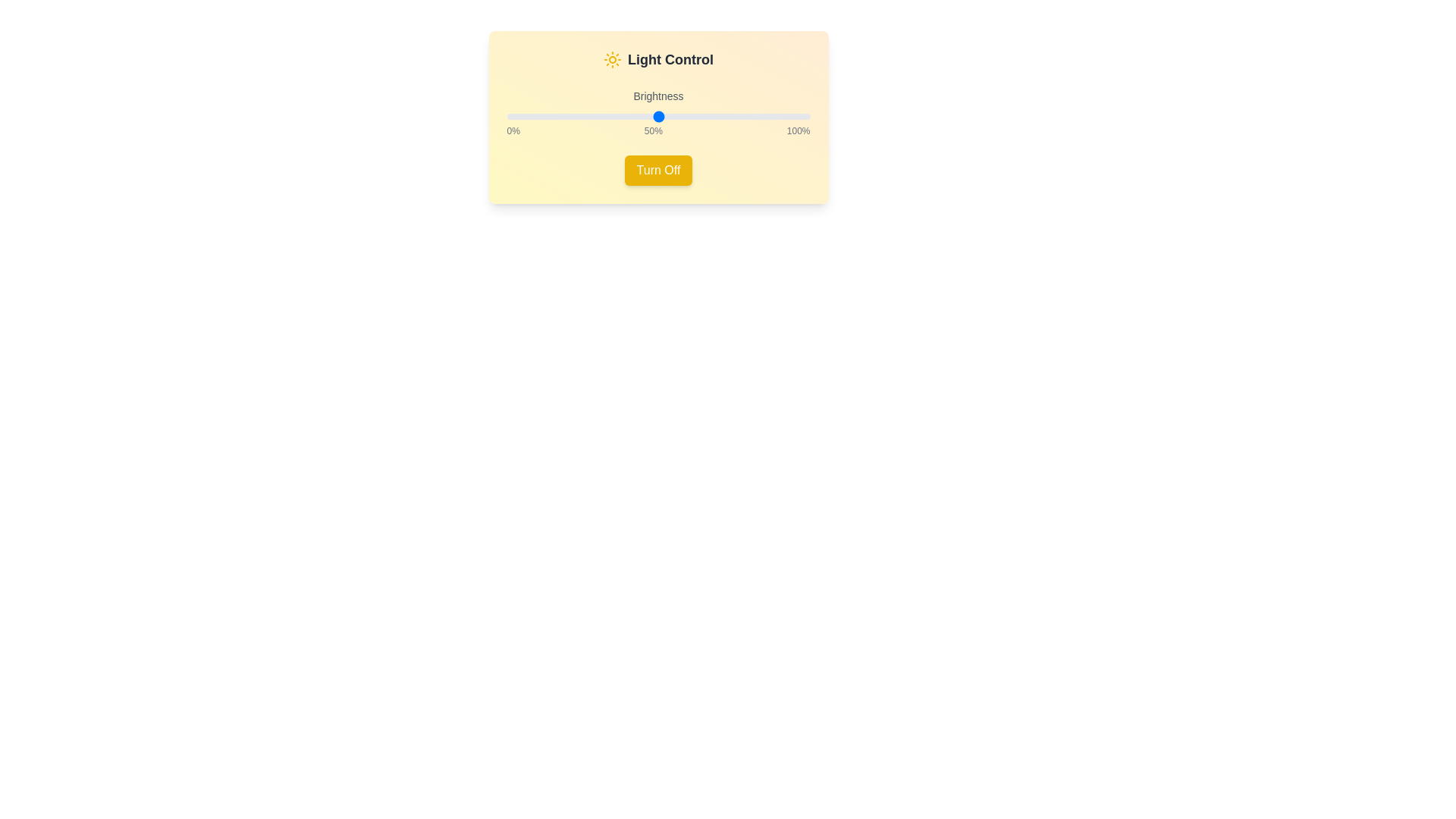 This screenshot has width=1456, height=819. Describe the element at coordinates (718, 116) in the screenshot. I see `brightness` at that location.